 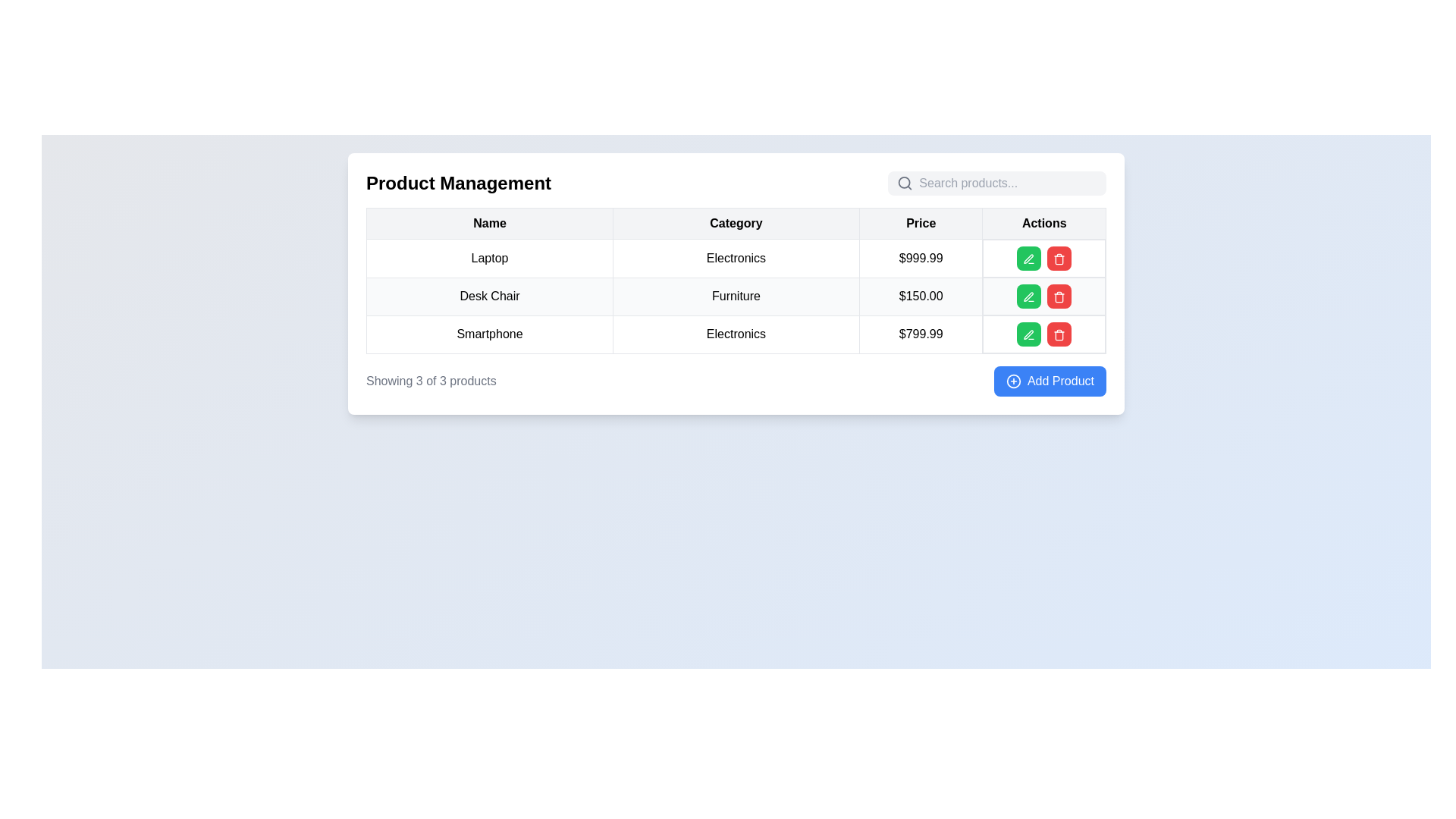 What do you see at coordinates (904, 182) in the screenshot?
I see `the circular shape within the search icon located in the top-right search bar of the Product Management panel` at bounding box center [904, 182].